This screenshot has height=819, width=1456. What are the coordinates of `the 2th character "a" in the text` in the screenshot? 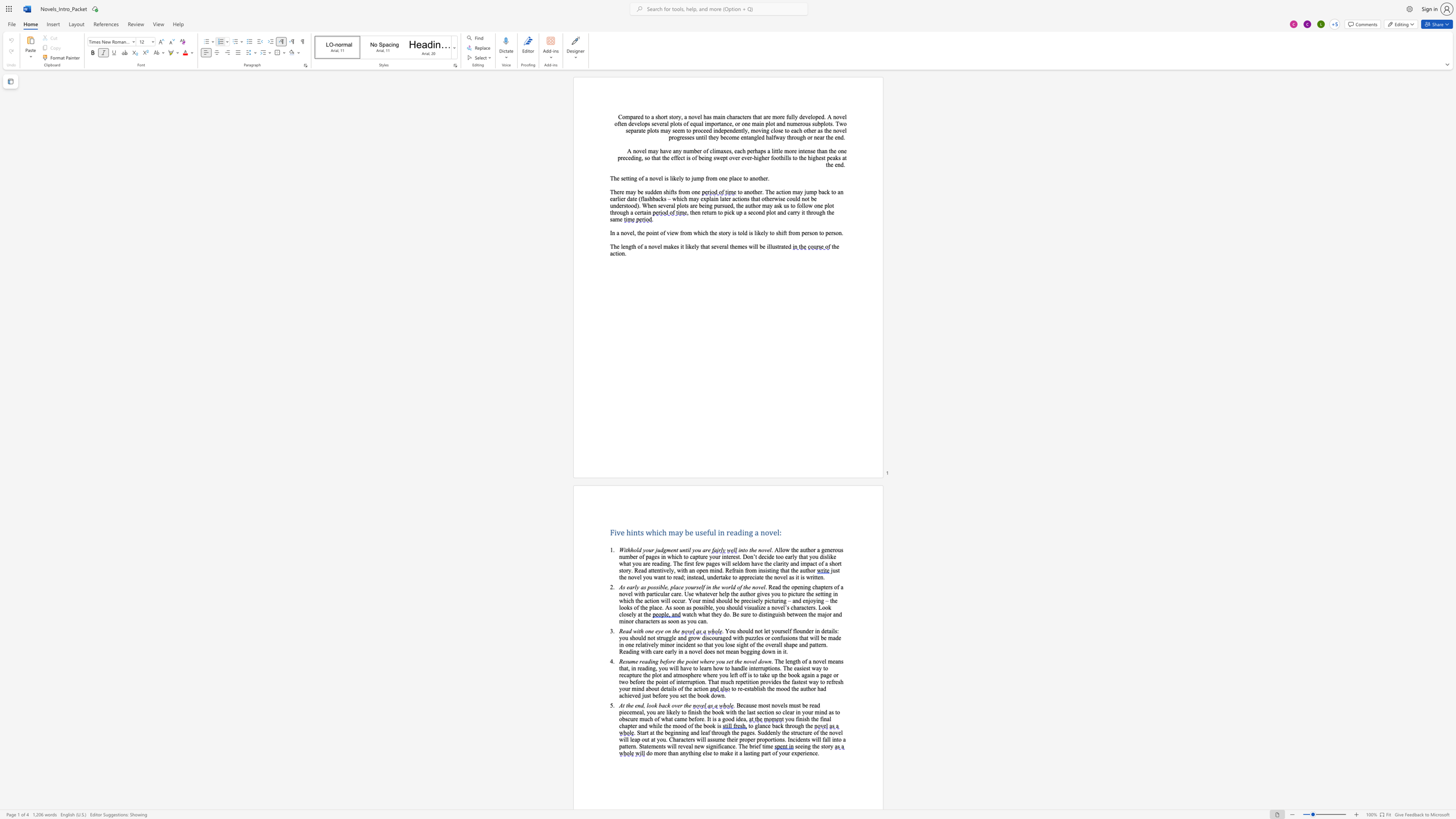 It's located at (735, 532).